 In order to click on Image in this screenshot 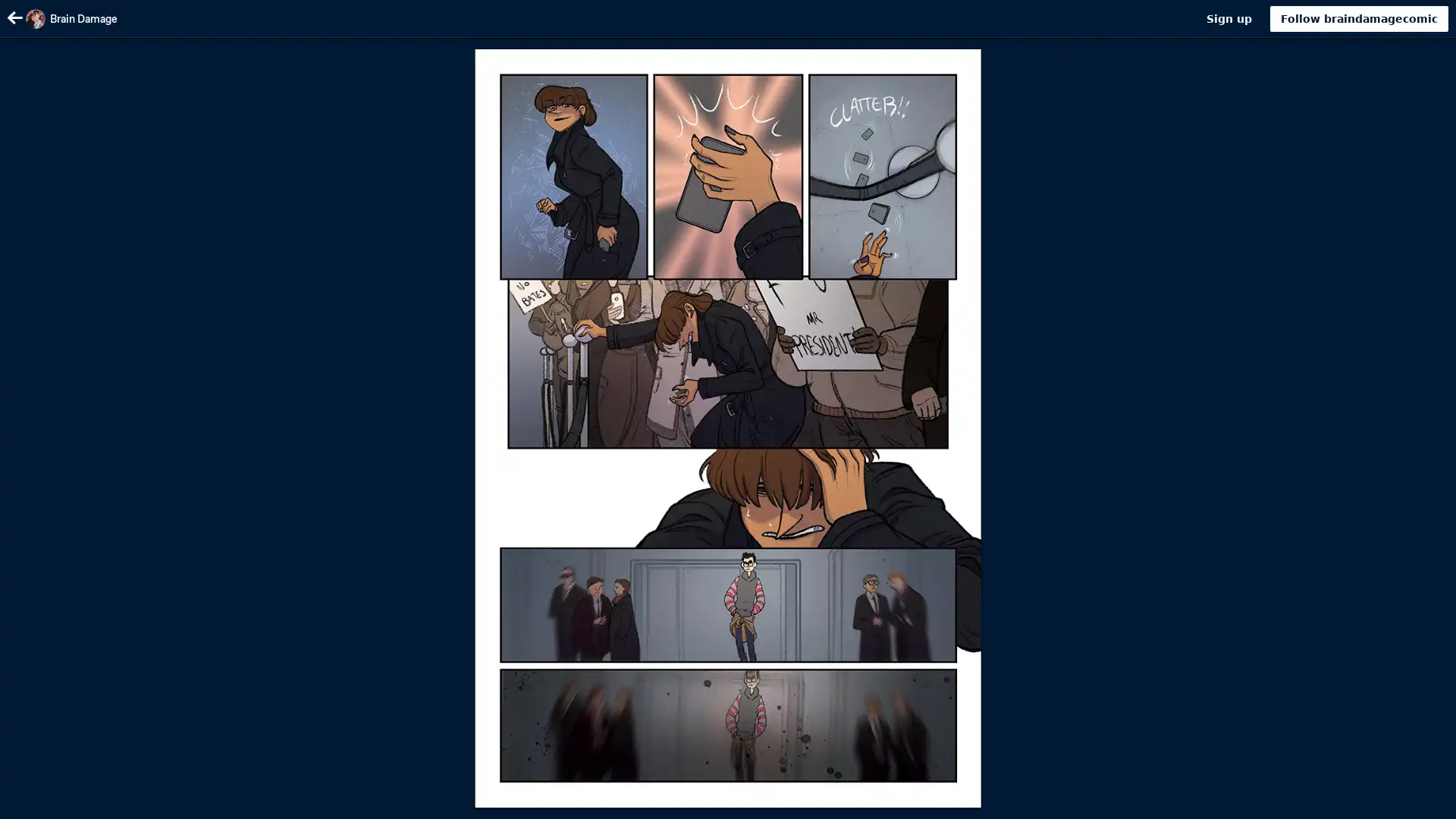, I will do `click(728, 428)`.